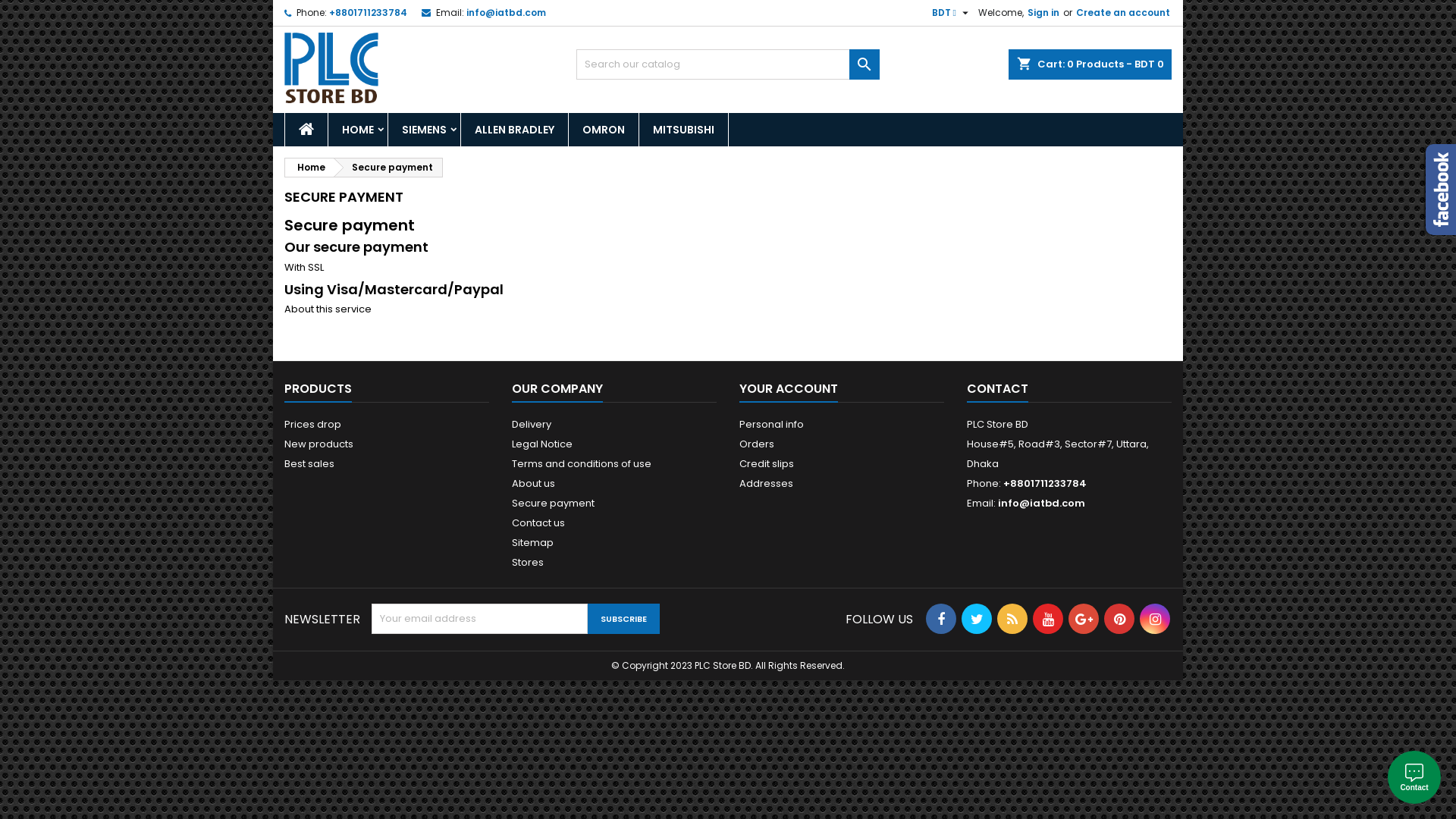  What do you see at coordinates (512, 424) in the screenshot?
I see `'Delivery'` at bounding box center [512, 424].